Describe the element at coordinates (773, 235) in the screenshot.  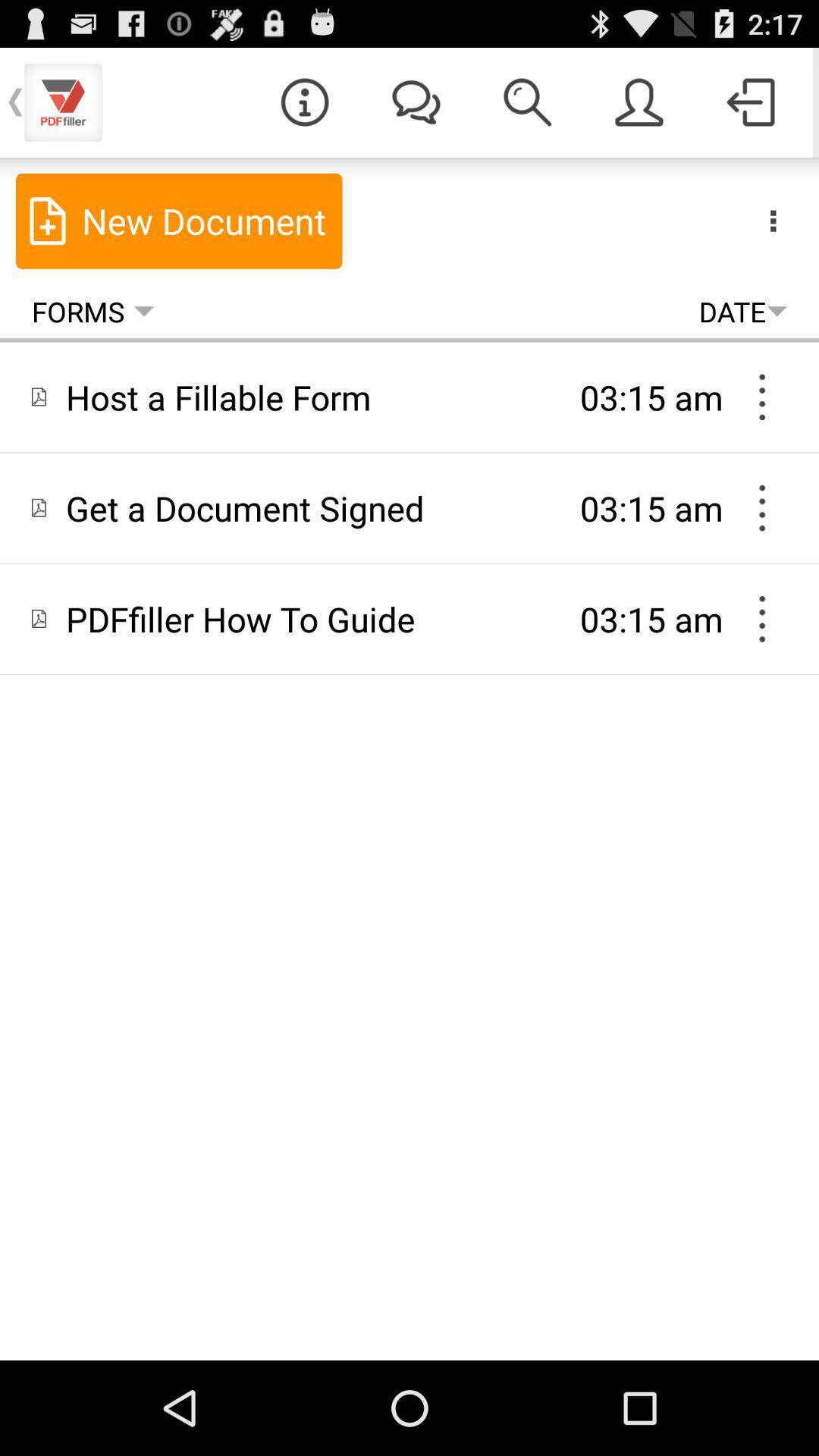
I see `the more icon` at that location.